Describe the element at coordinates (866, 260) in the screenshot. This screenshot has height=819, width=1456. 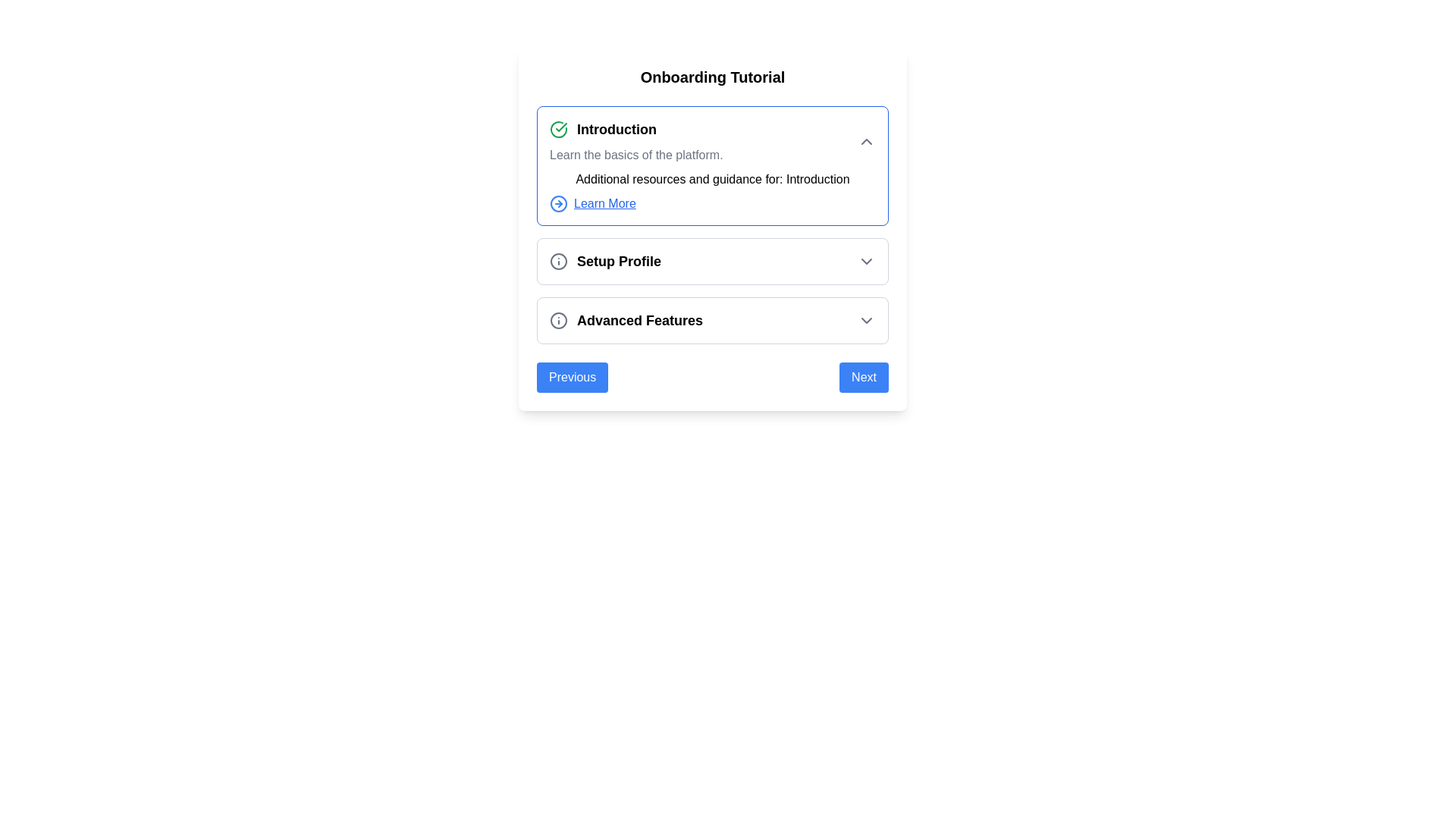
I see `the Chevron Down icon located at the far-right end of the 'Setup Profile' section` at that location.